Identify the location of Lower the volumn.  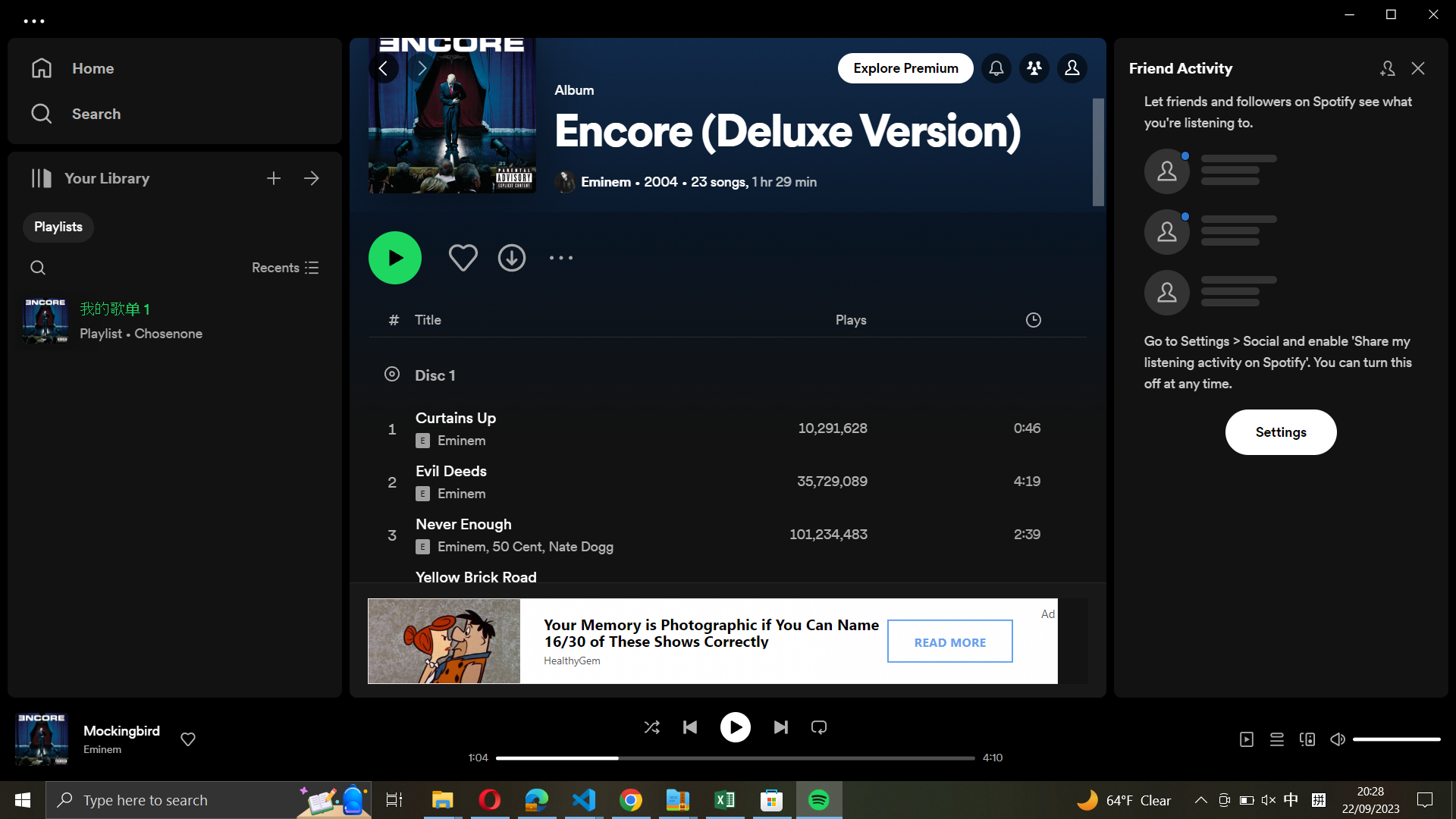
(1360, 737).